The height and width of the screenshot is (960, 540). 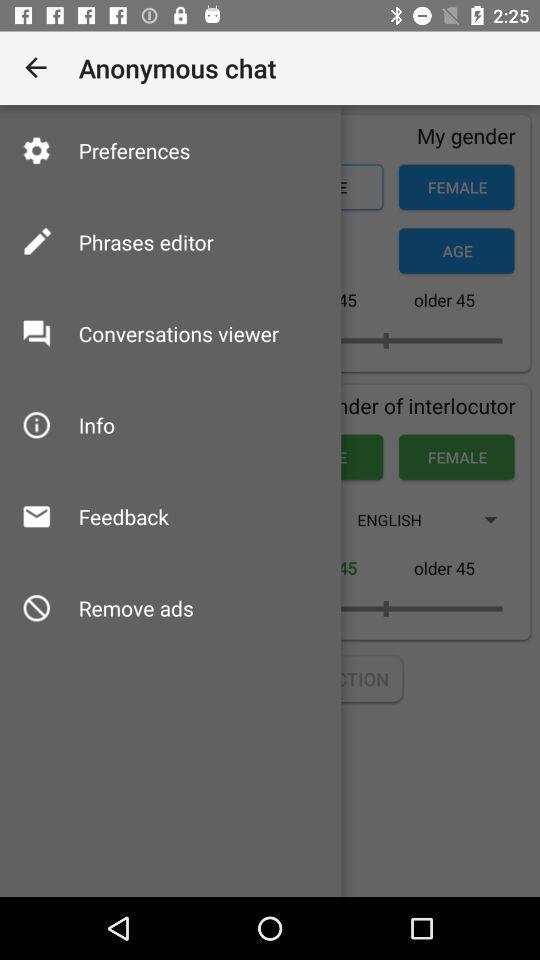 What do you see at coordinates (145, 241) in the screenshot?
I see `icon to the left of the age item` at bounding box center [145, 241].